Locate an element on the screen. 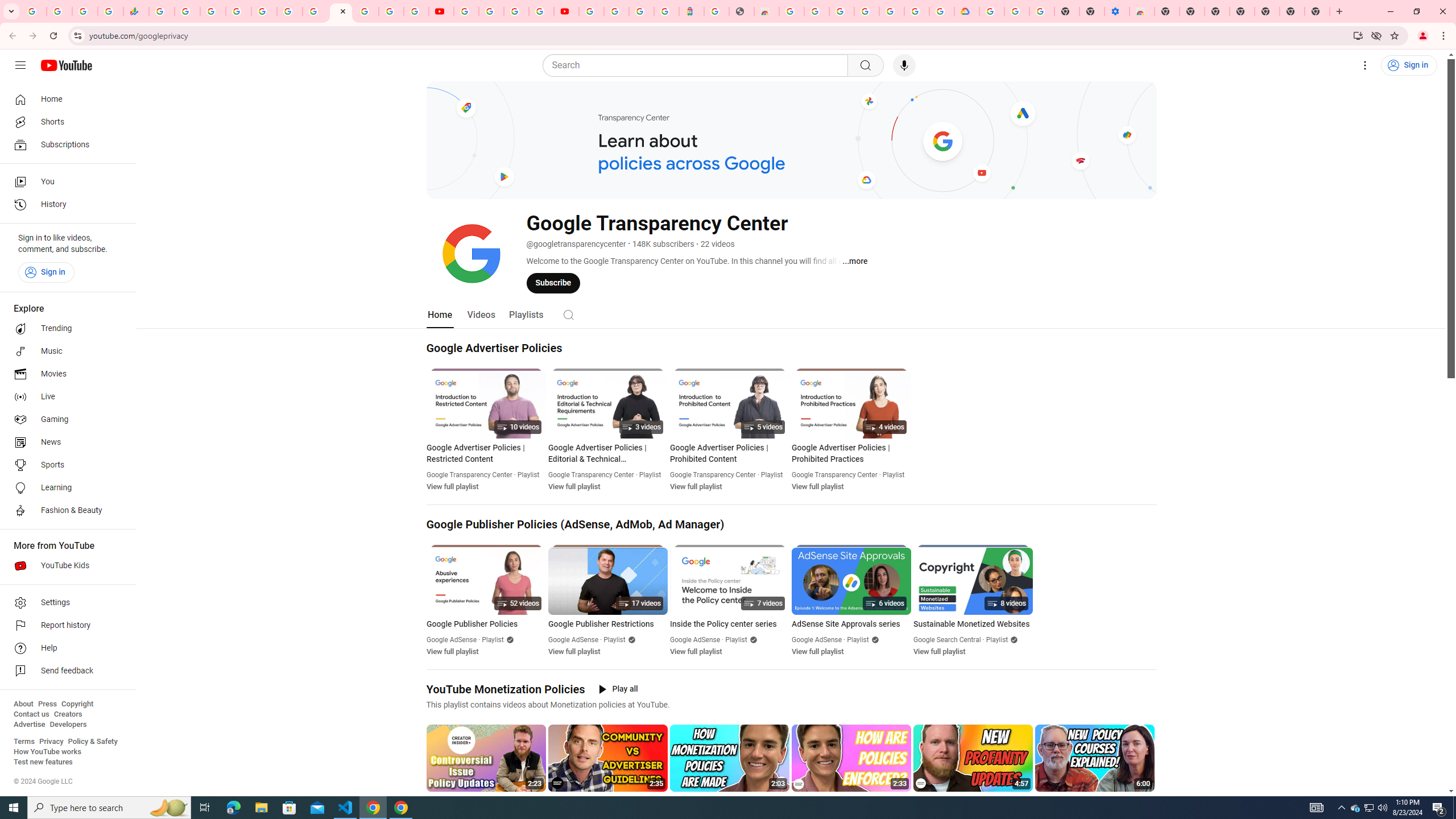  'Privacy' is located at coordinates (51, 741).